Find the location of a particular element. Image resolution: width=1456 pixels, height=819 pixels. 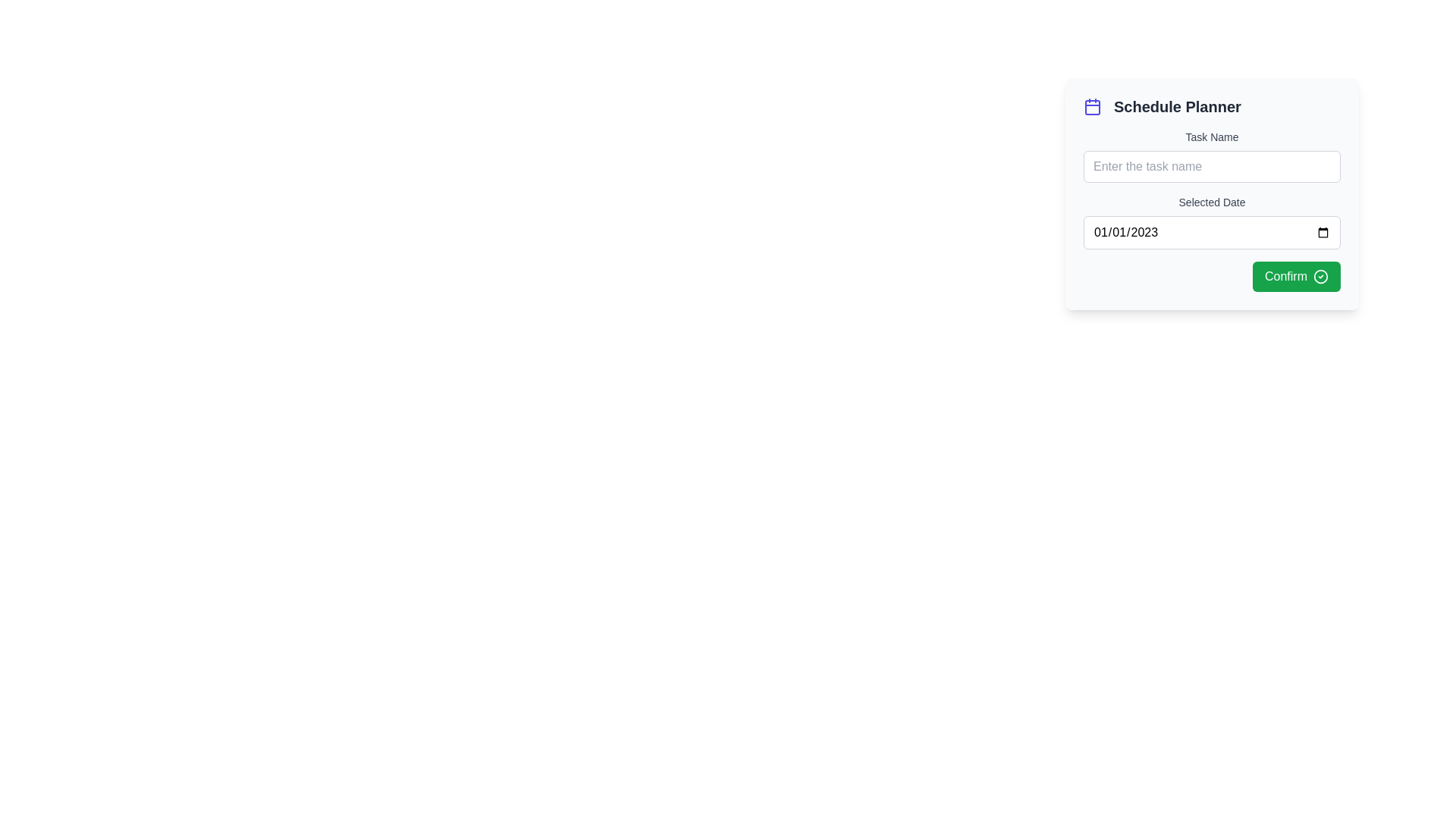

the Section Header which serves as the title for the schedule planning interface, positioned above the 'Task Name' label is located at coordinates (1211, 106).